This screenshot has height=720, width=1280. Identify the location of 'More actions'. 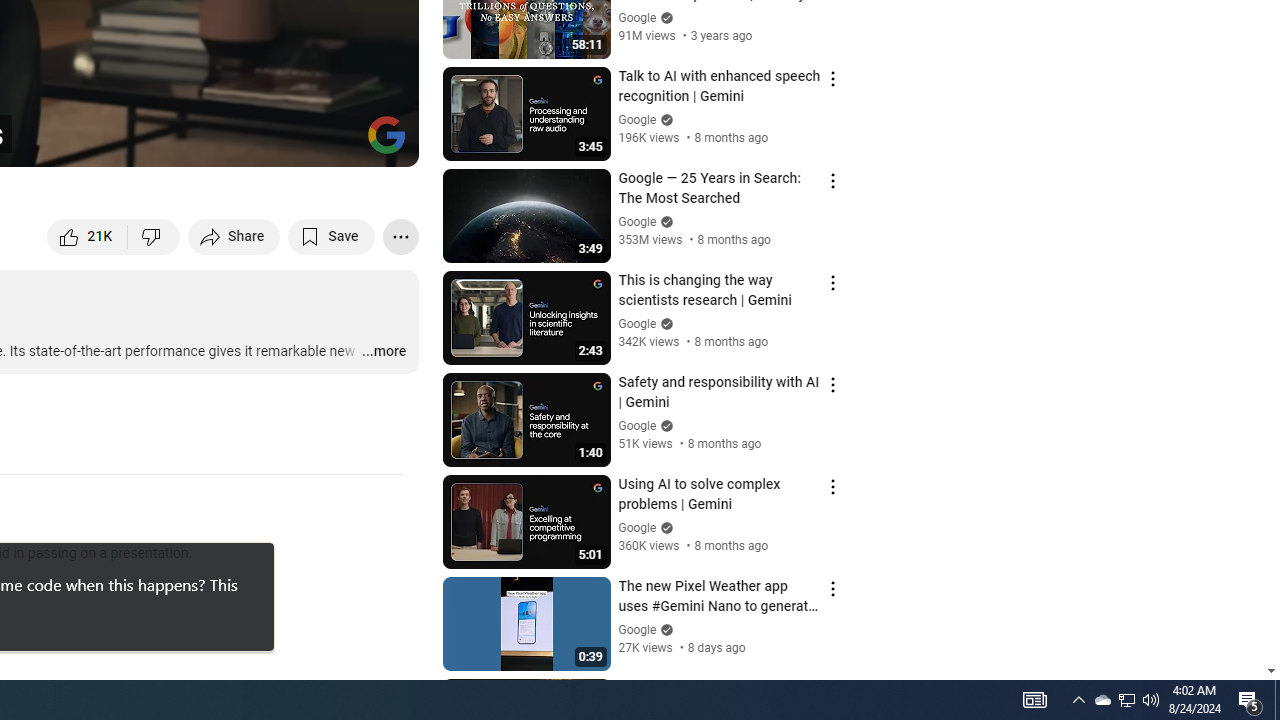
(400, 235).